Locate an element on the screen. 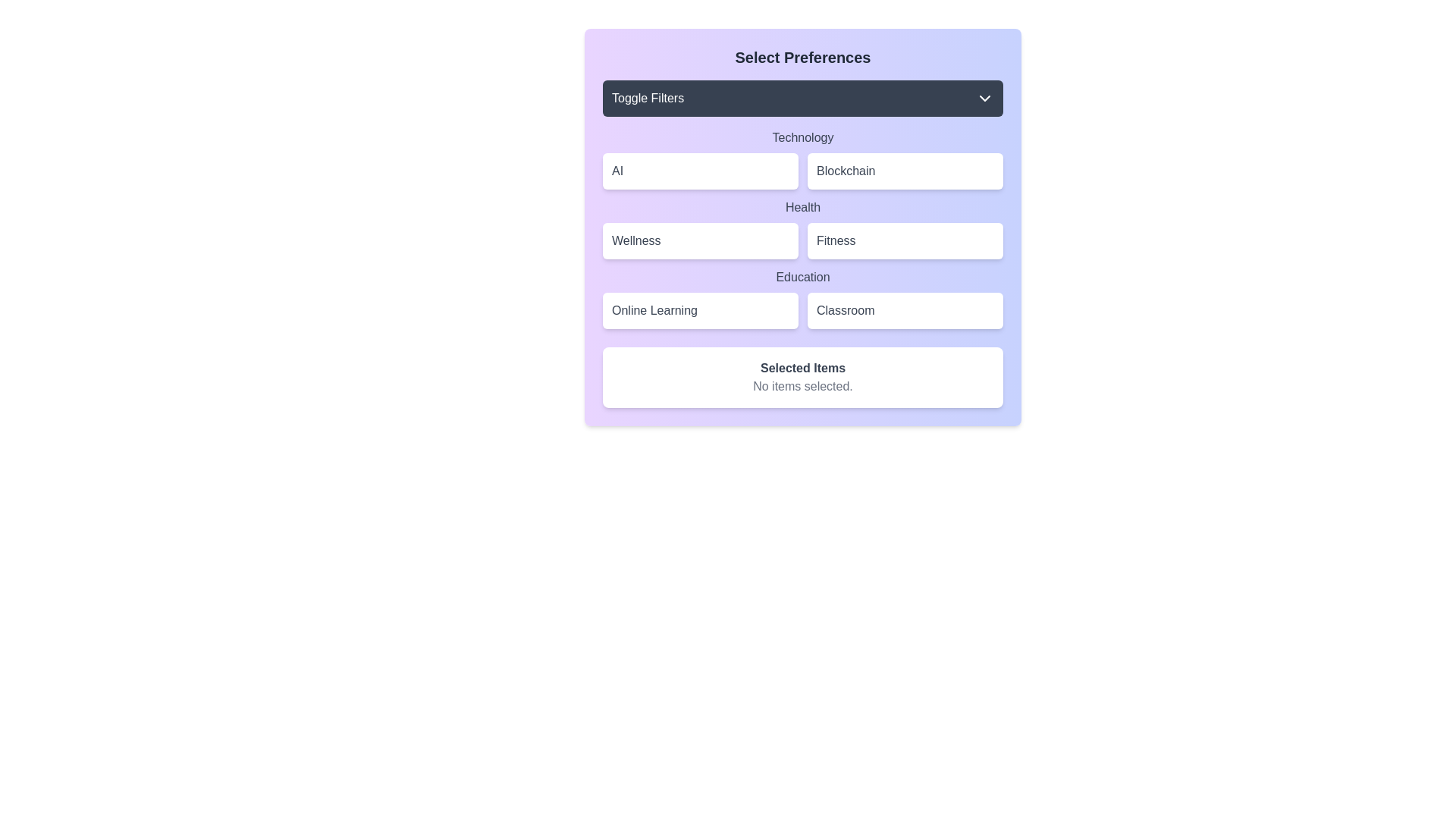 The width and height of the screenshot is (1456, 819). the icon located at the far-right corner of the 'Toggle Filters' section is located at coordinates (985, 99).